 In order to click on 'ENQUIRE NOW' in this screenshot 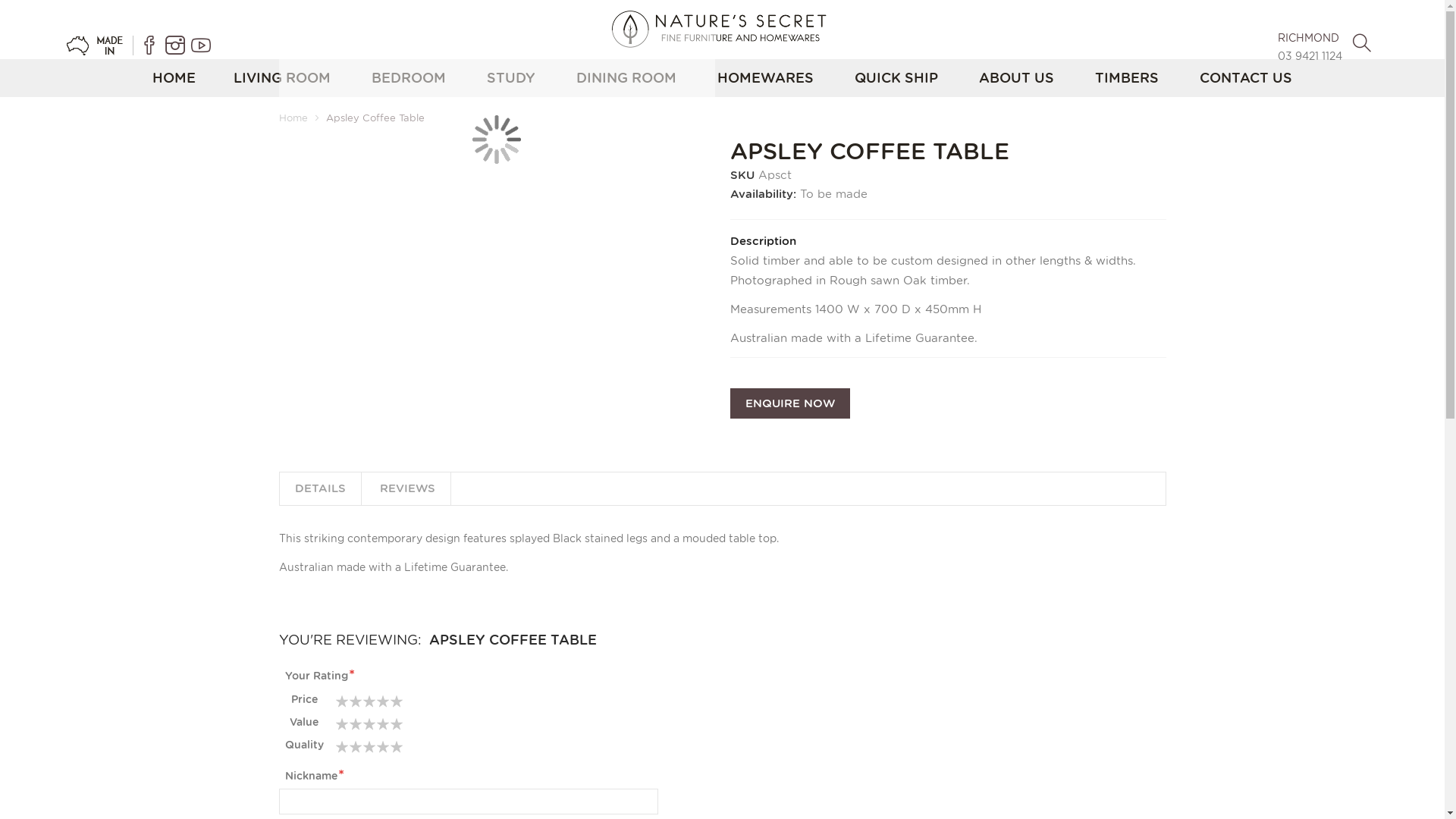, I will do `click(789, 403)`.